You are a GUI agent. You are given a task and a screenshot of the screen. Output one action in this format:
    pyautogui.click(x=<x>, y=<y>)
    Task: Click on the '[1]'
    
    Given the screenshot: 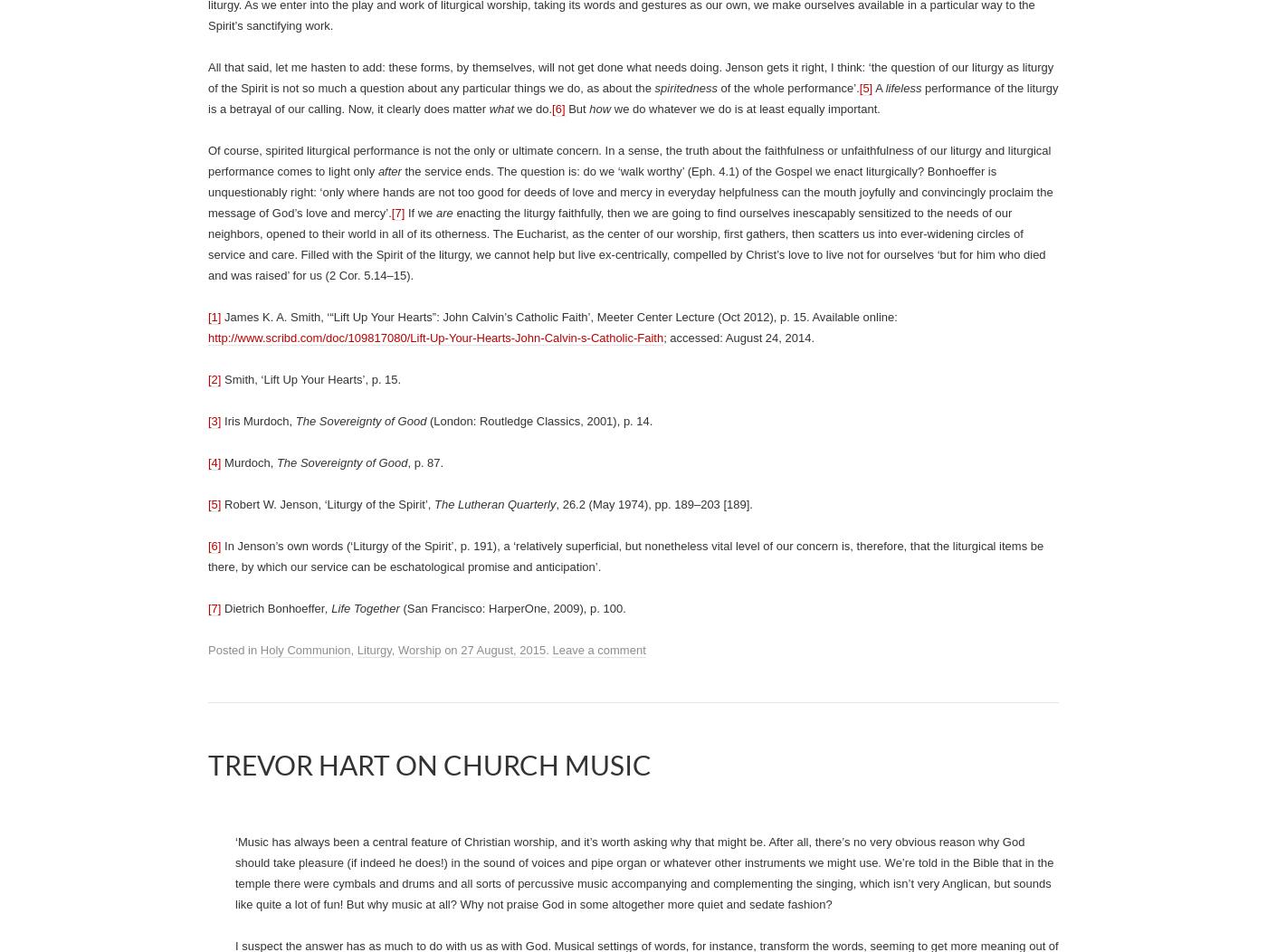 What is the action you would take?
    pyautogui.click(x=208, y=316)
    